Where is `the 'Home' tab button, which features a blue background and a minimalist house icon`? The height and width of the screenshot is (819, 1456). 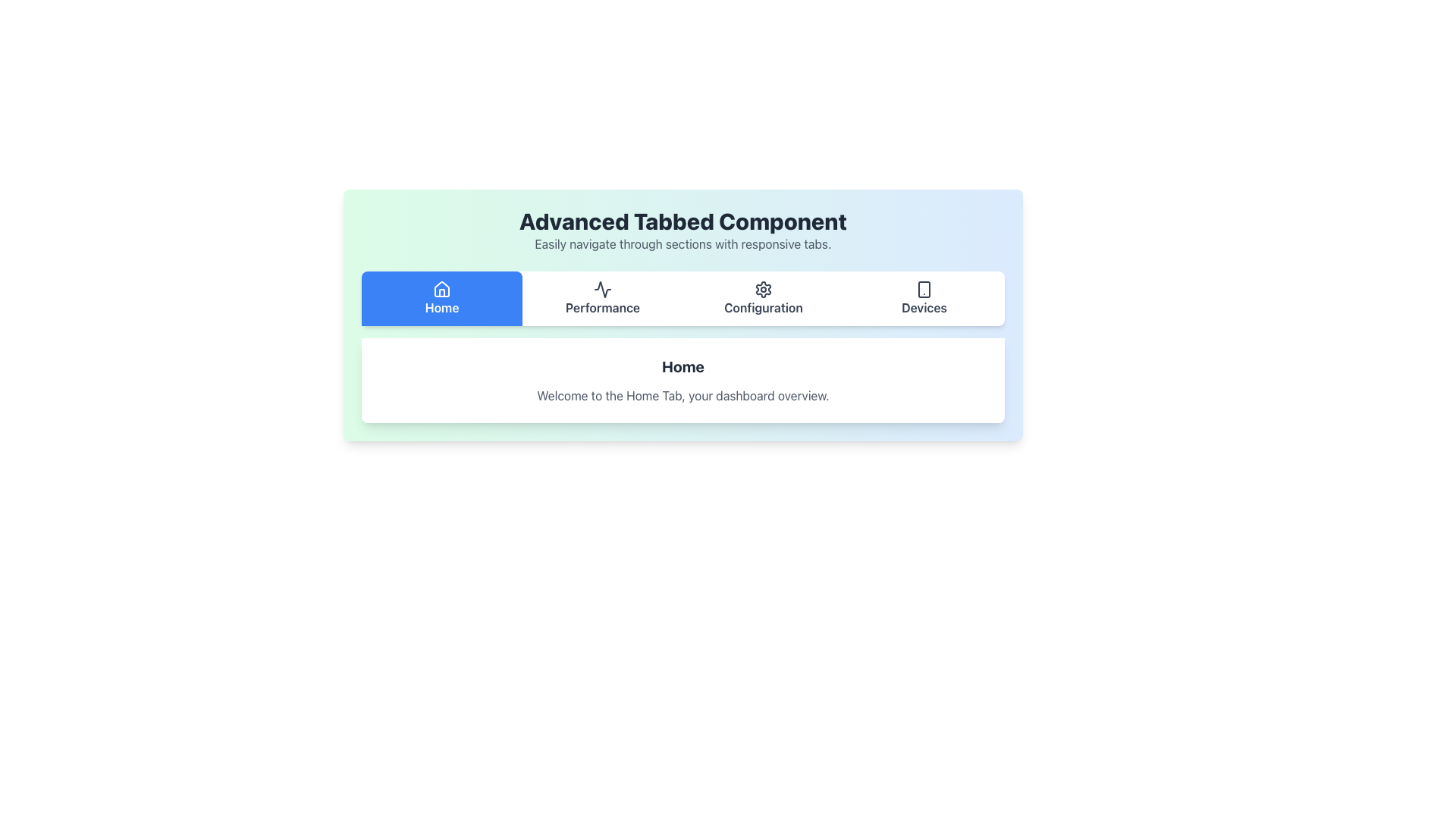
the 'Home' tab button, which features a blue background and a minimalist house icon is located at coordinates (441, 298).